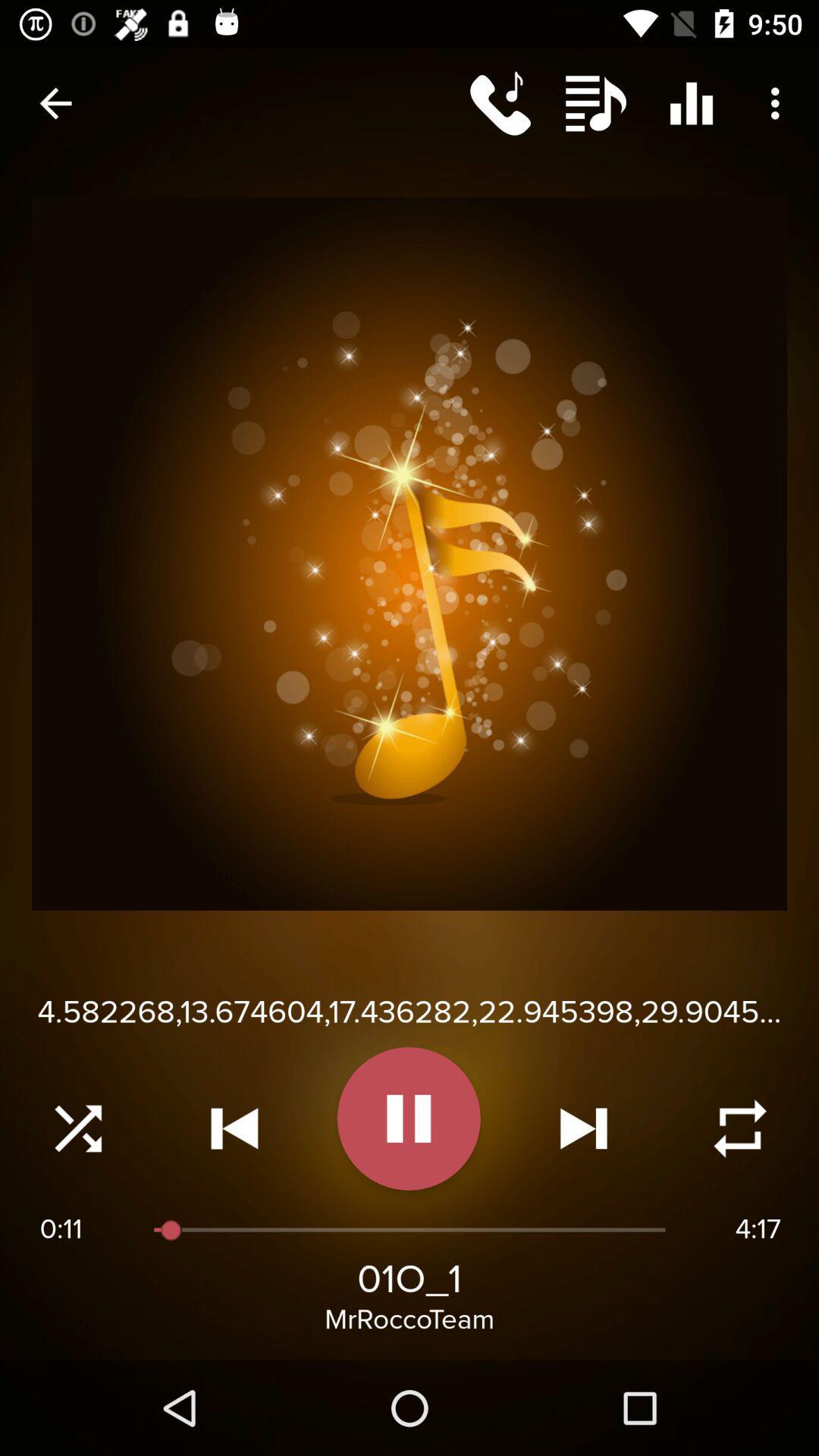 This screenshot has height=1456, width=819. What do you see at coordinates (582, 1128) in the screenshot?
I see `next` at bounding box center [582, 1128].